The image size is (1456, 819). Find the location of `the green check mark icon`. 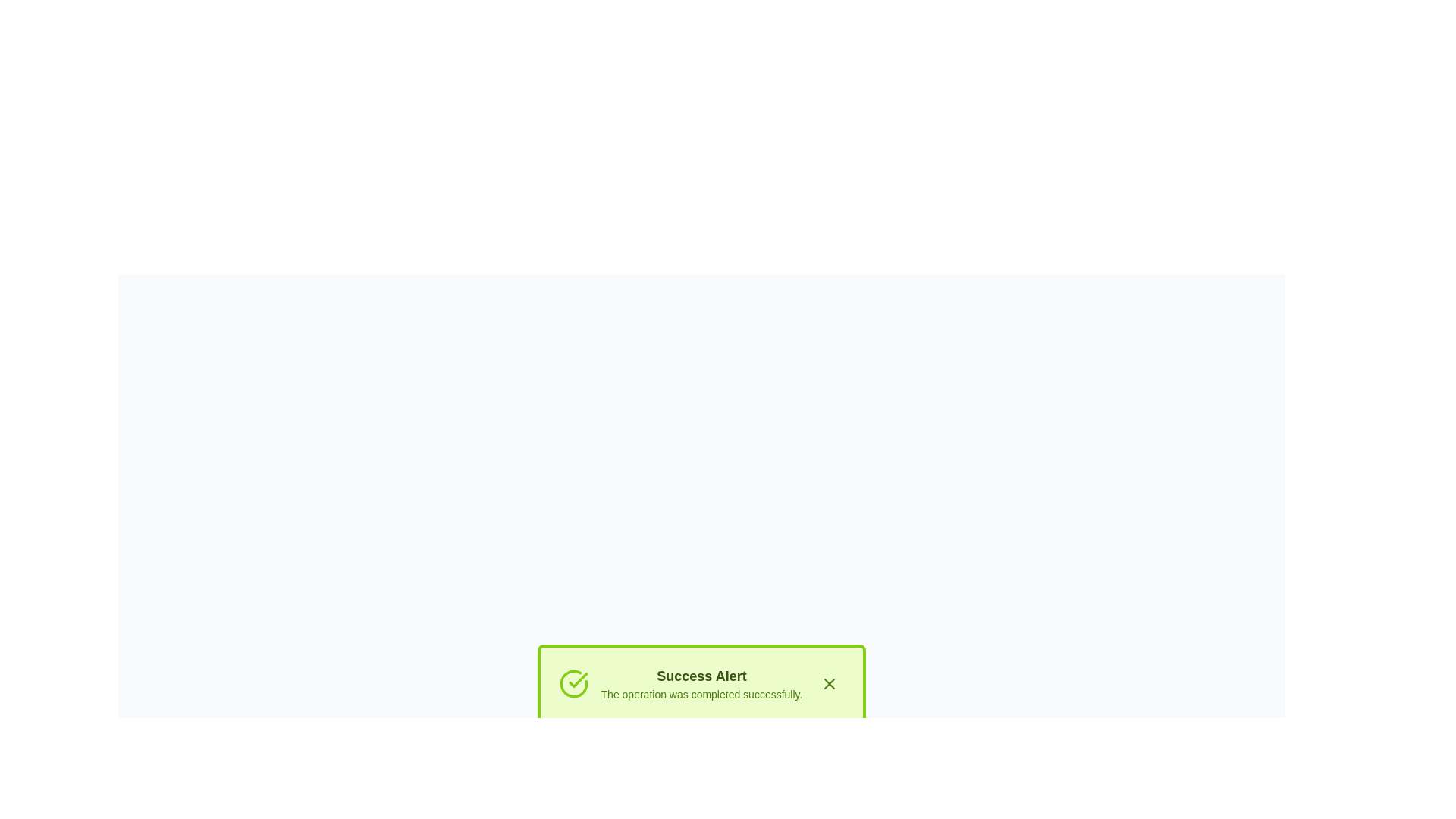

the green check mark icon is located at coordinates (577, 679).